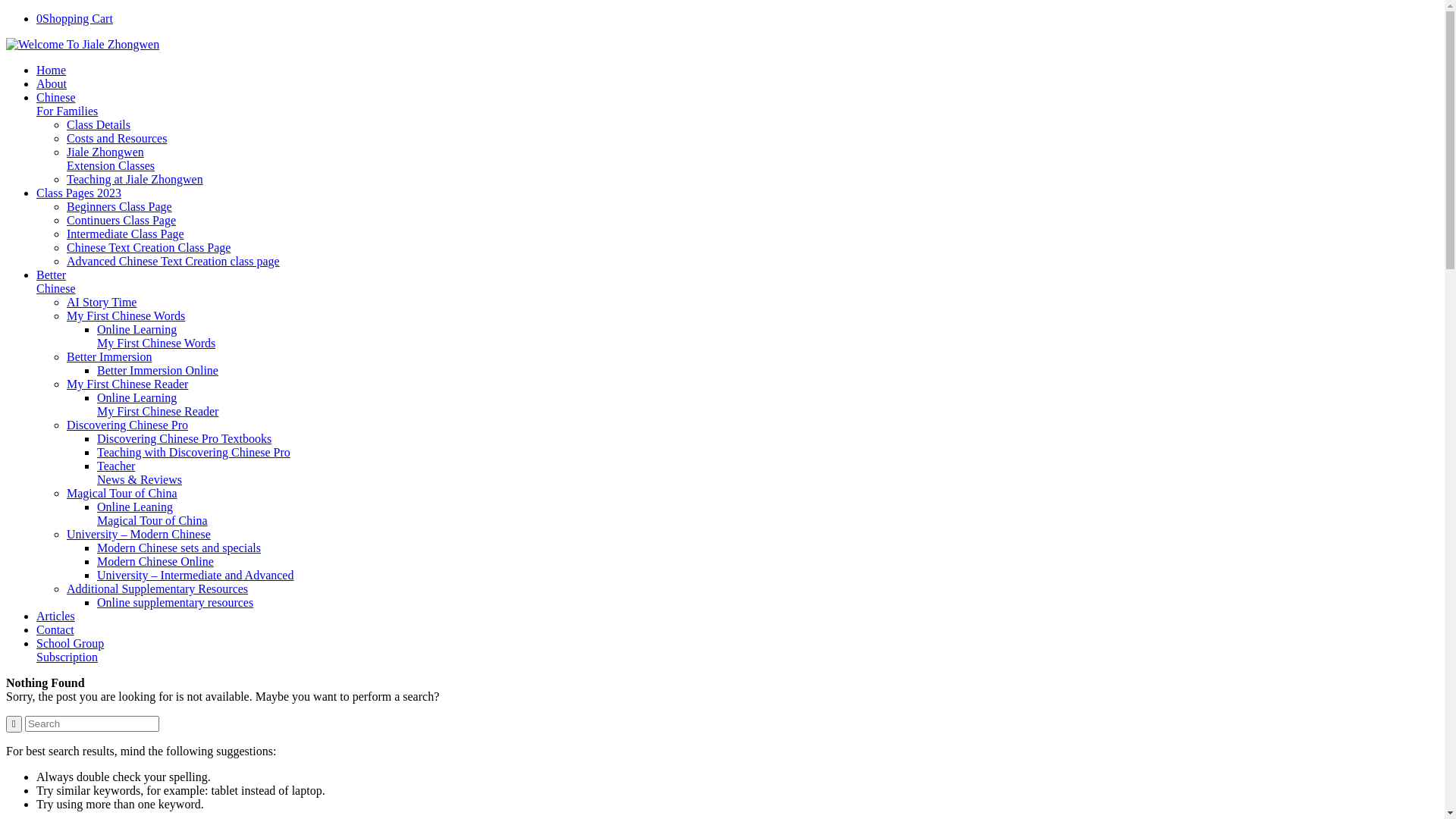 This screenshot has height=819, width=1456. I want to click on 'Jiale Zhongwen, so click(109, 158).